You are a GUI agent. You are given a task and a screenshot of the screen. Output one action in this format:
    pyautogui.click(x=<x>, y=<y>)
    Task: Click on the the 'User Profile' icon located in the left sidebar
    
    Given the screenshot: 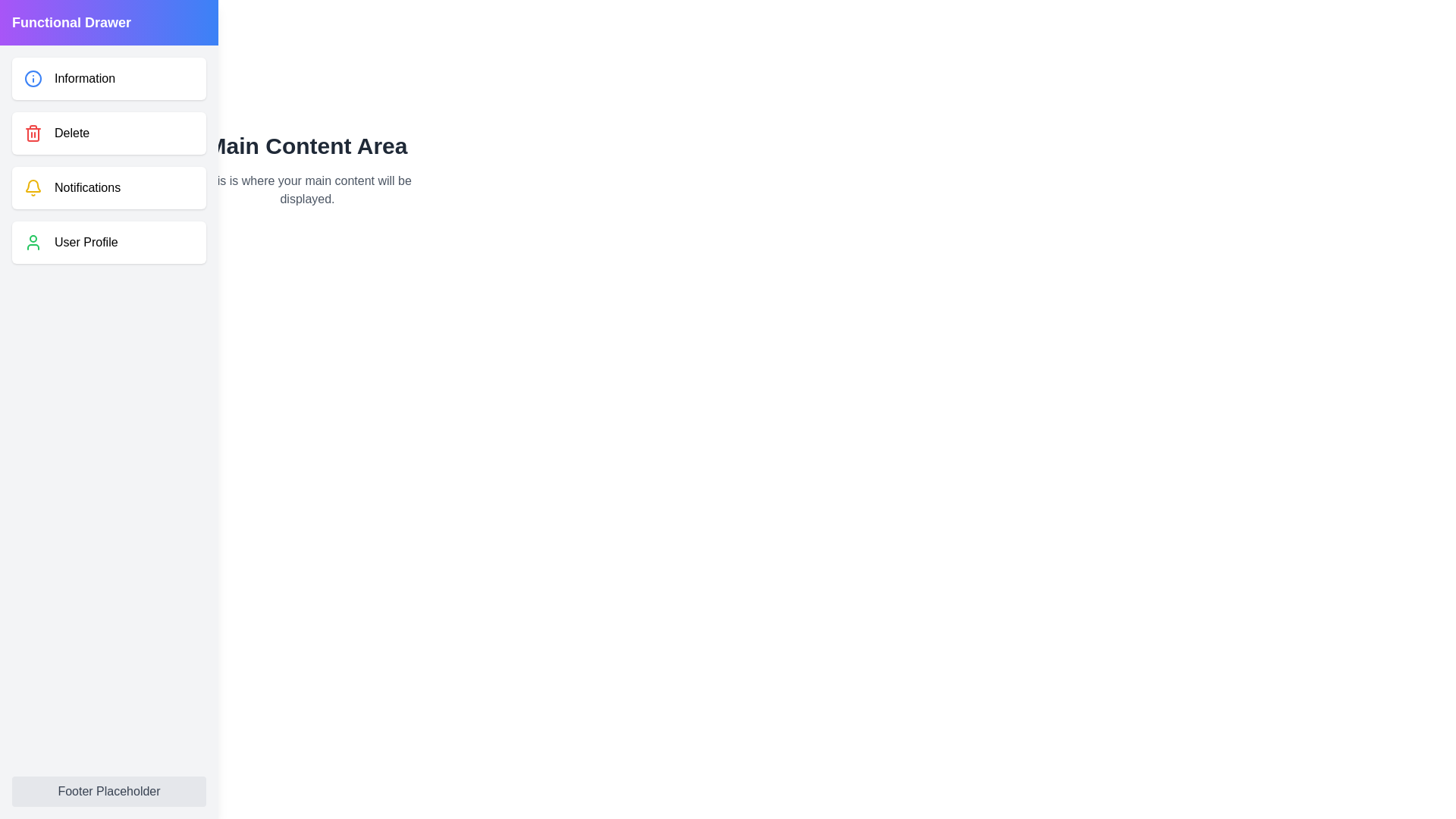 What is the action you would take?
    pyautogui.click(x=33, y=242)
    